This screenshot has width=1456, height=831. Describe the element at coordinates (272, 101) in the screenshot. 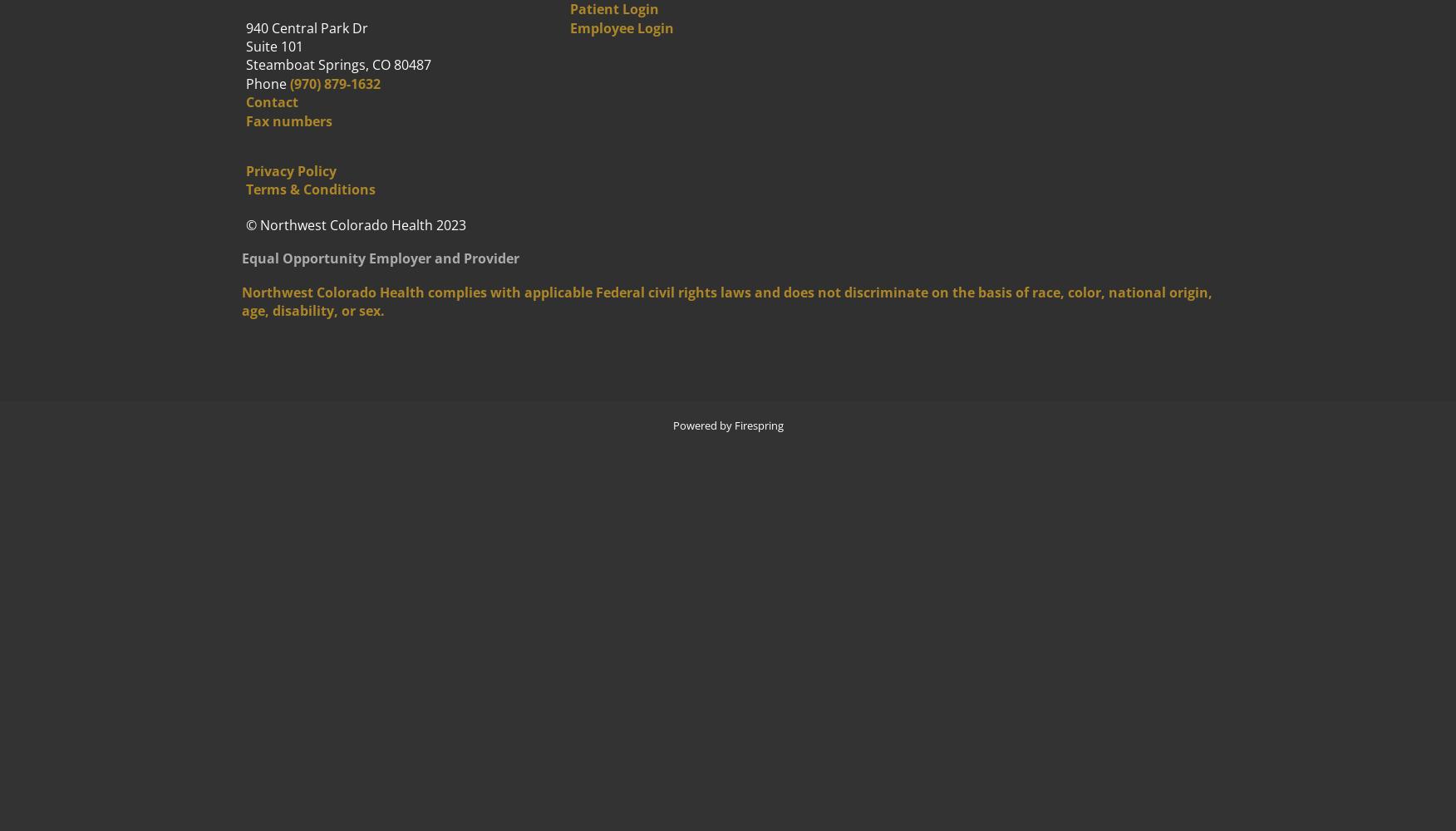

I see `'Contact'` at that location.